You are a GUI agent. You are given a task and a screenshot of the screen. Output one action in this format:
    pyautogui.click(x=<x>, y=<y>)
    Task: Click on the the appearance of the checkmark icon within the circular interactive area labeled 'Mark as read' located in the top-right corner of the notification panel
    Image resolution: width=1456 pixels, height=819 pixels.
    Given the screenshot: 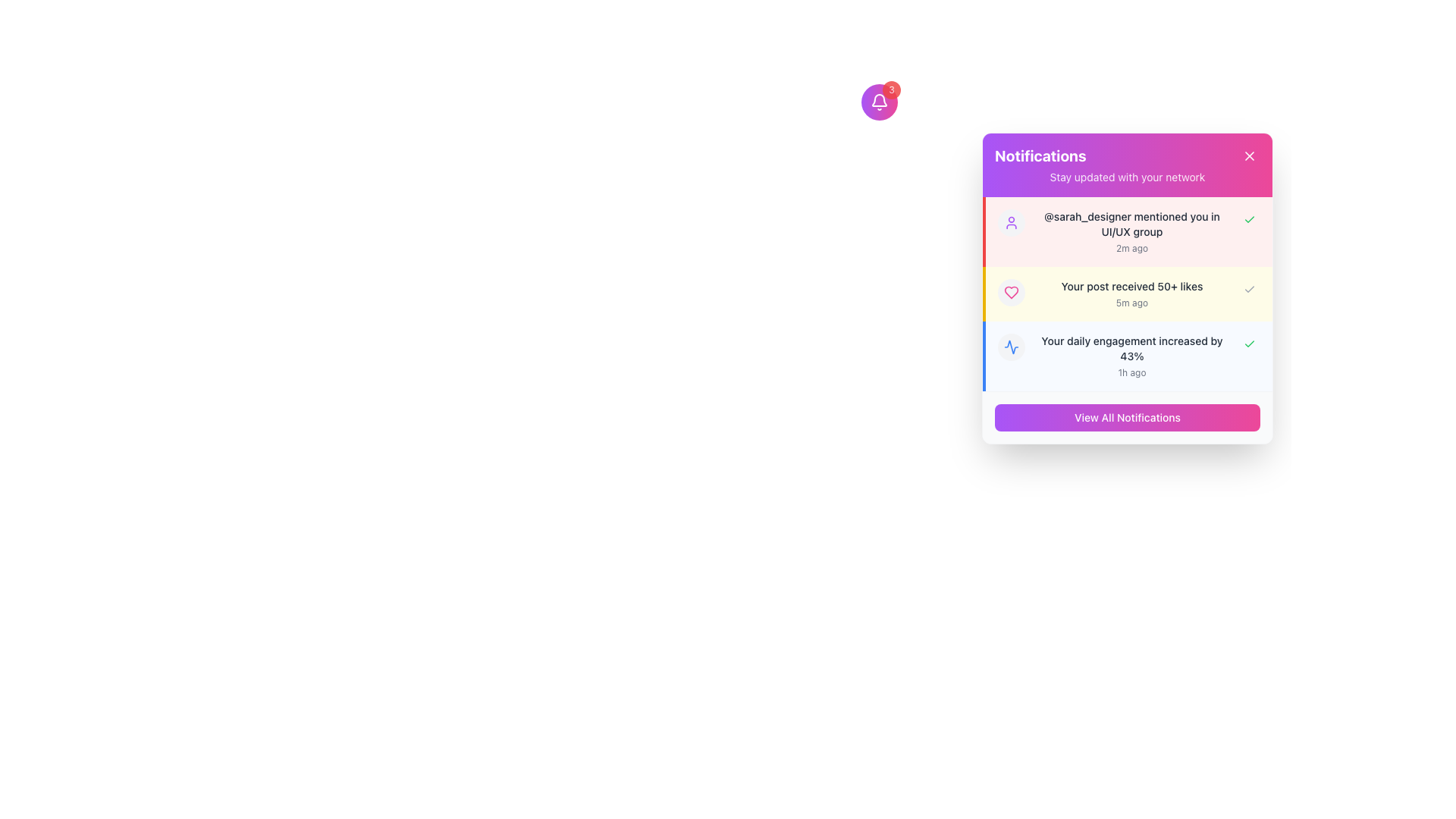 What is the action you would take?
    pyautogui.click(x=1249, y=219)
    